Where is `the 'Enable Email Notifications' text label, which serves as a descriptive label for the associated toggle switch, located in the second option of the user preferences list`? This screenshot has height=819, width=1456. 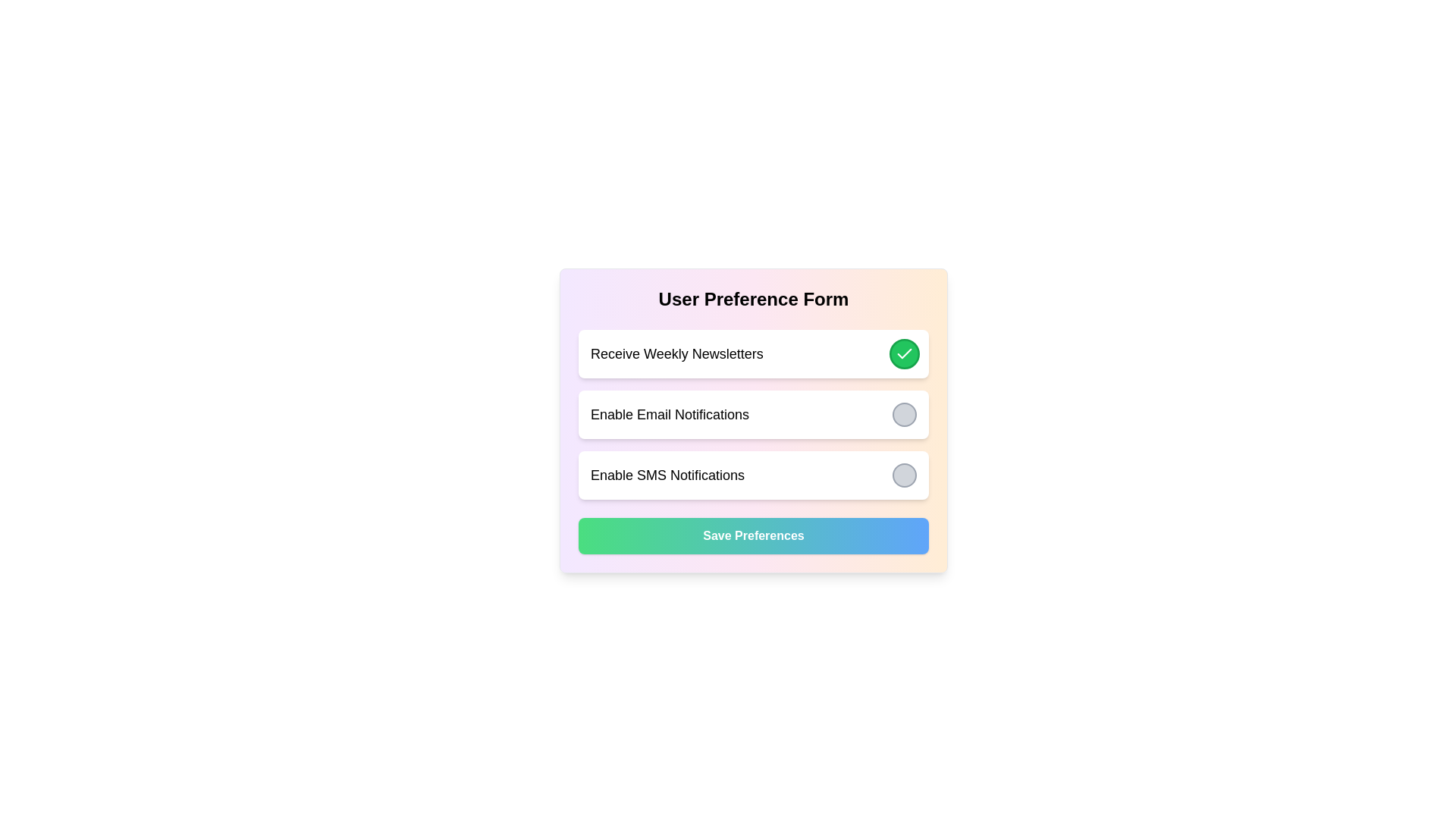 the 'Enable Email Notifications' text label, which serves as a descriptive label for the associated toggle switch, located in the second option of the user preferences list is located at coordinates (669, 415).